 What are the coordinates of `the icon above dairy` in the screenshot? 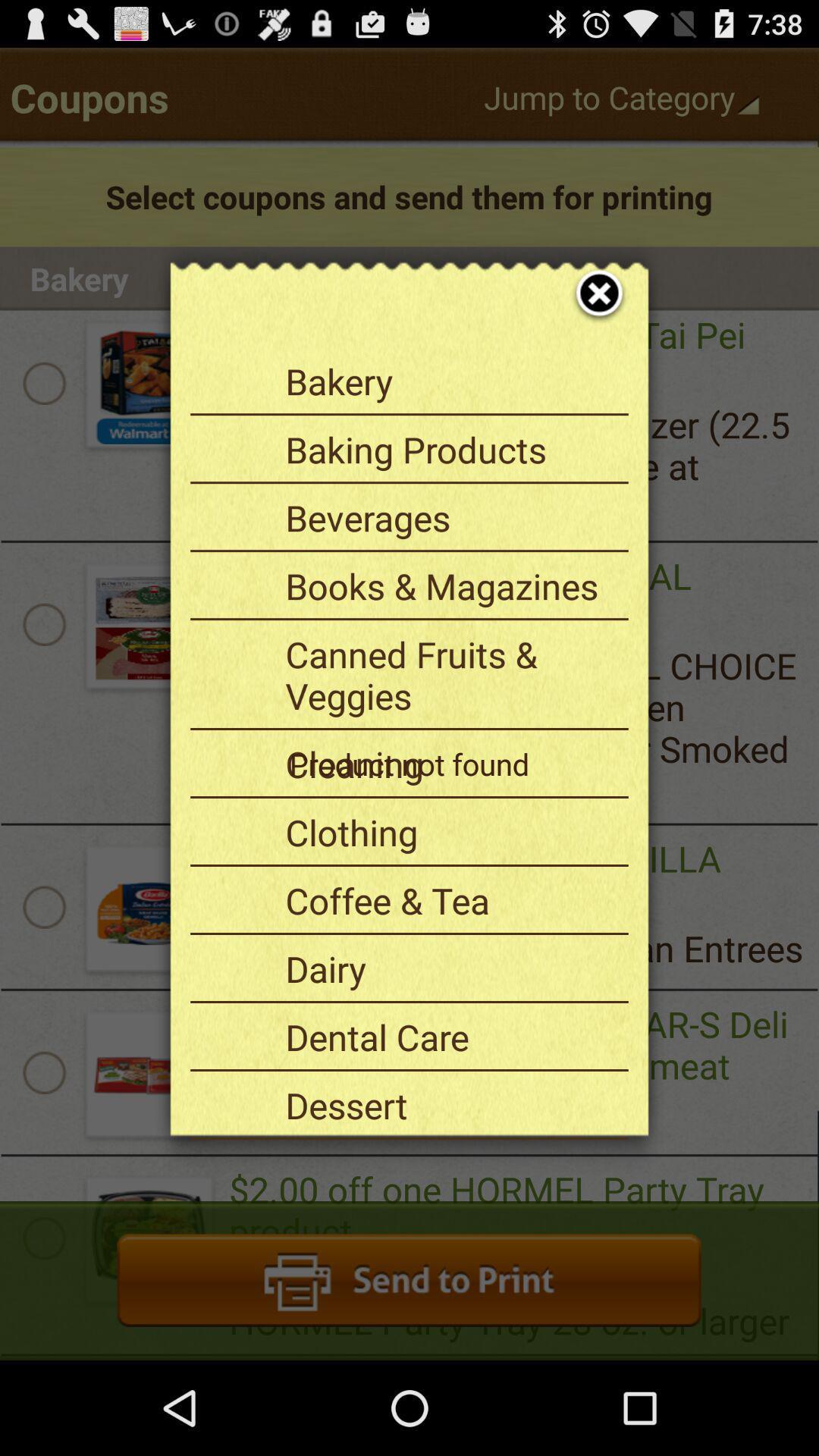 It's located at (450, 900).